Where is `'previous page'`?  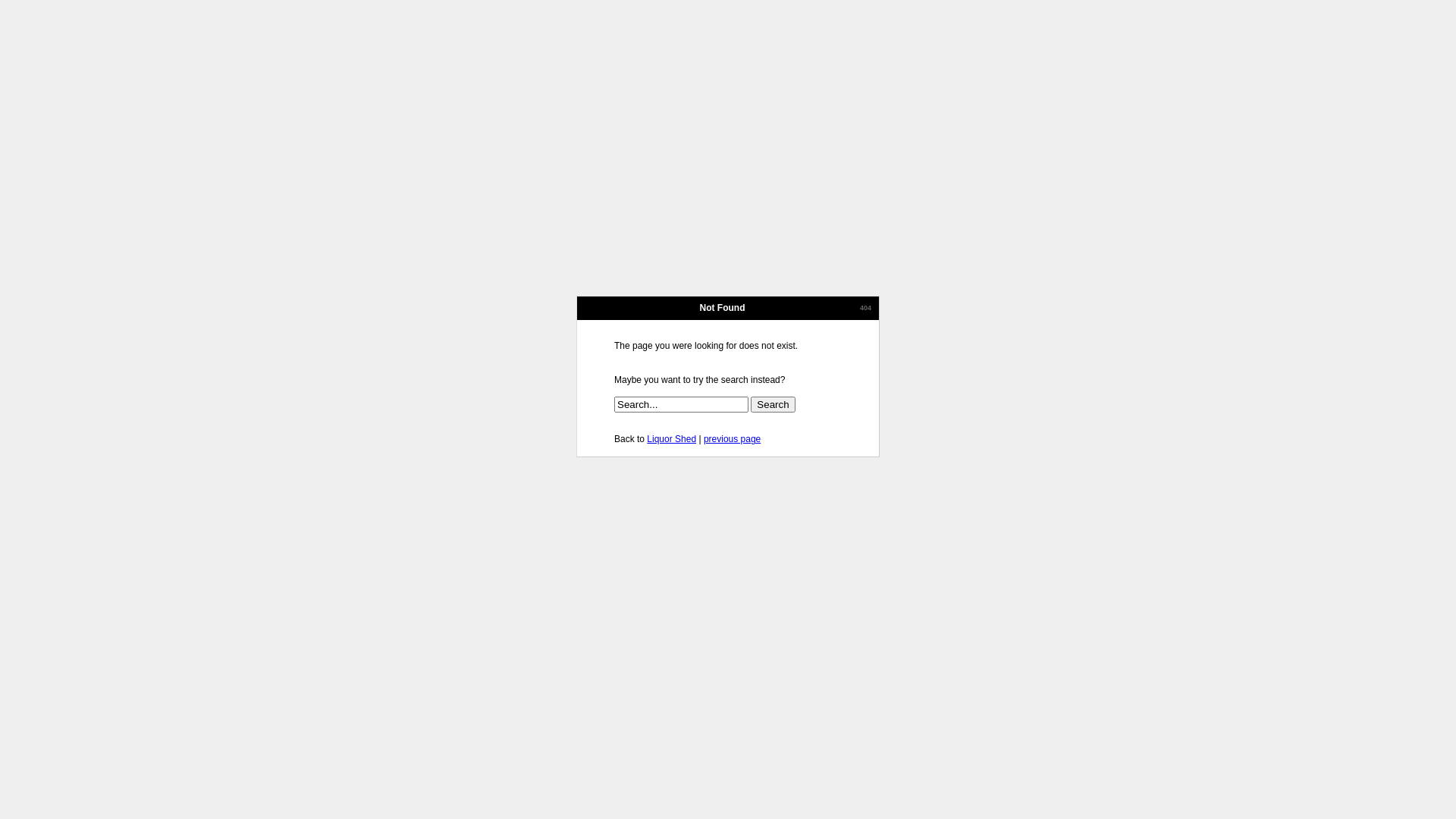 'previous page' is located at coordinates (732, 438).